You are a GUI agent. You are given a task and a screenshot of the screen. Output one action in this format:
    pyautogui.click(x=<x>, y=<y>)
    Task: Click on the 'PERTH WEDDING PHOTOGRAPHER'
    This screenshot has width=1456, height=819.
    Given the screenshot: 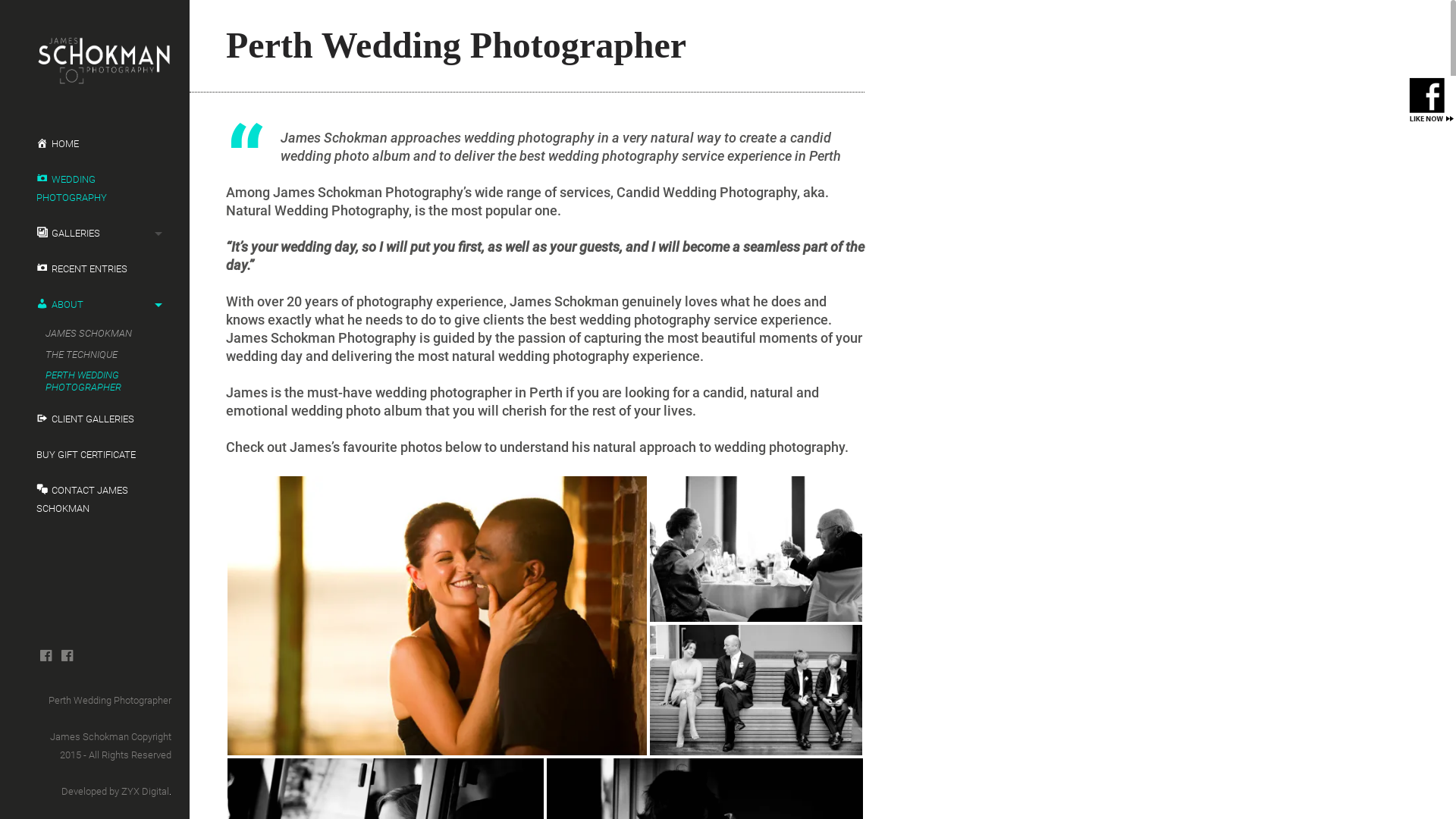 What is the action you would take?
    pyautogui.click(x=98, y=380)
    